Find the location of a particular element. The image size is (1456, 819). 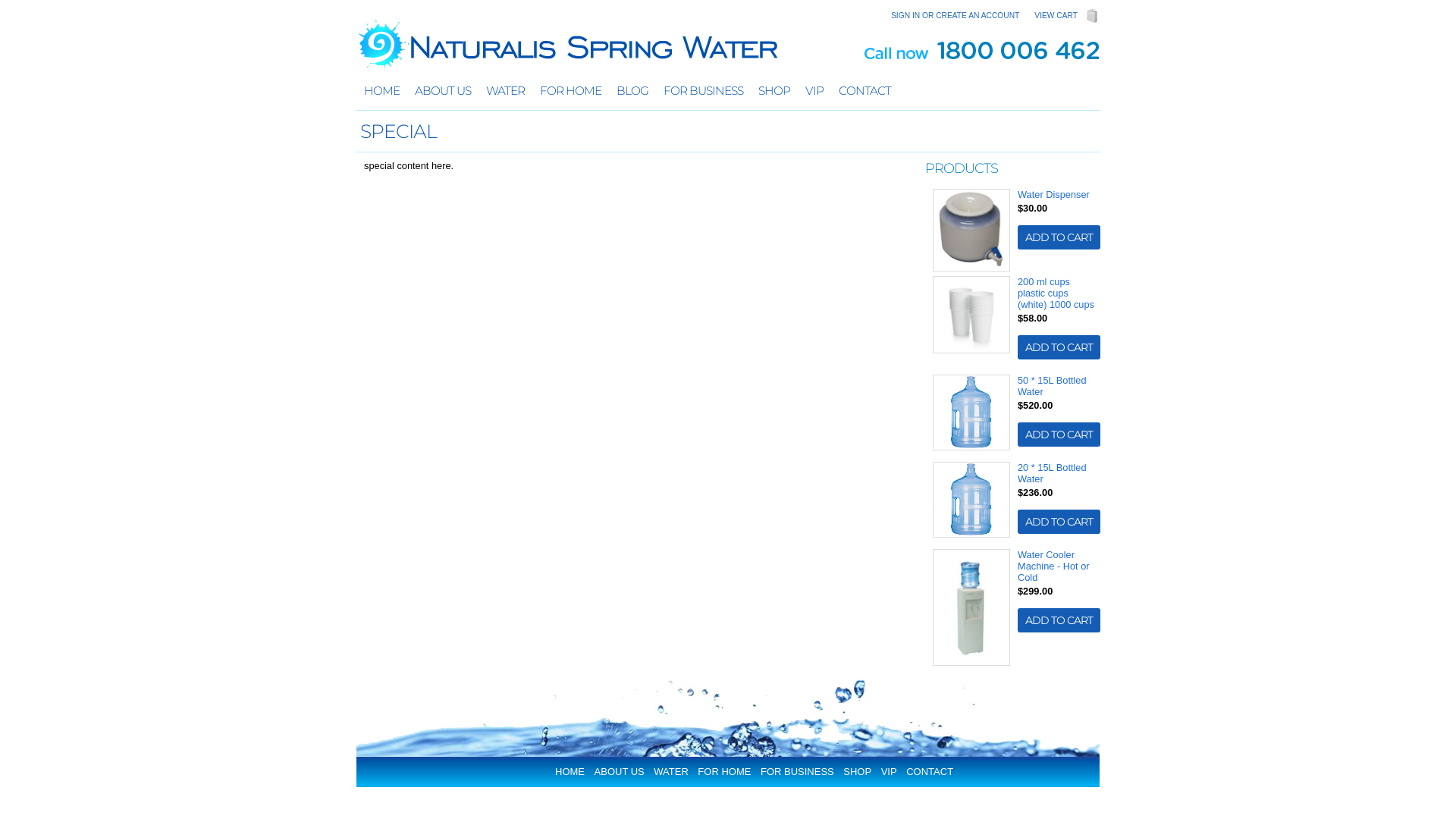

'Water Cooler Machine - Hot or Cold' is located at coordinates (1018, 566).